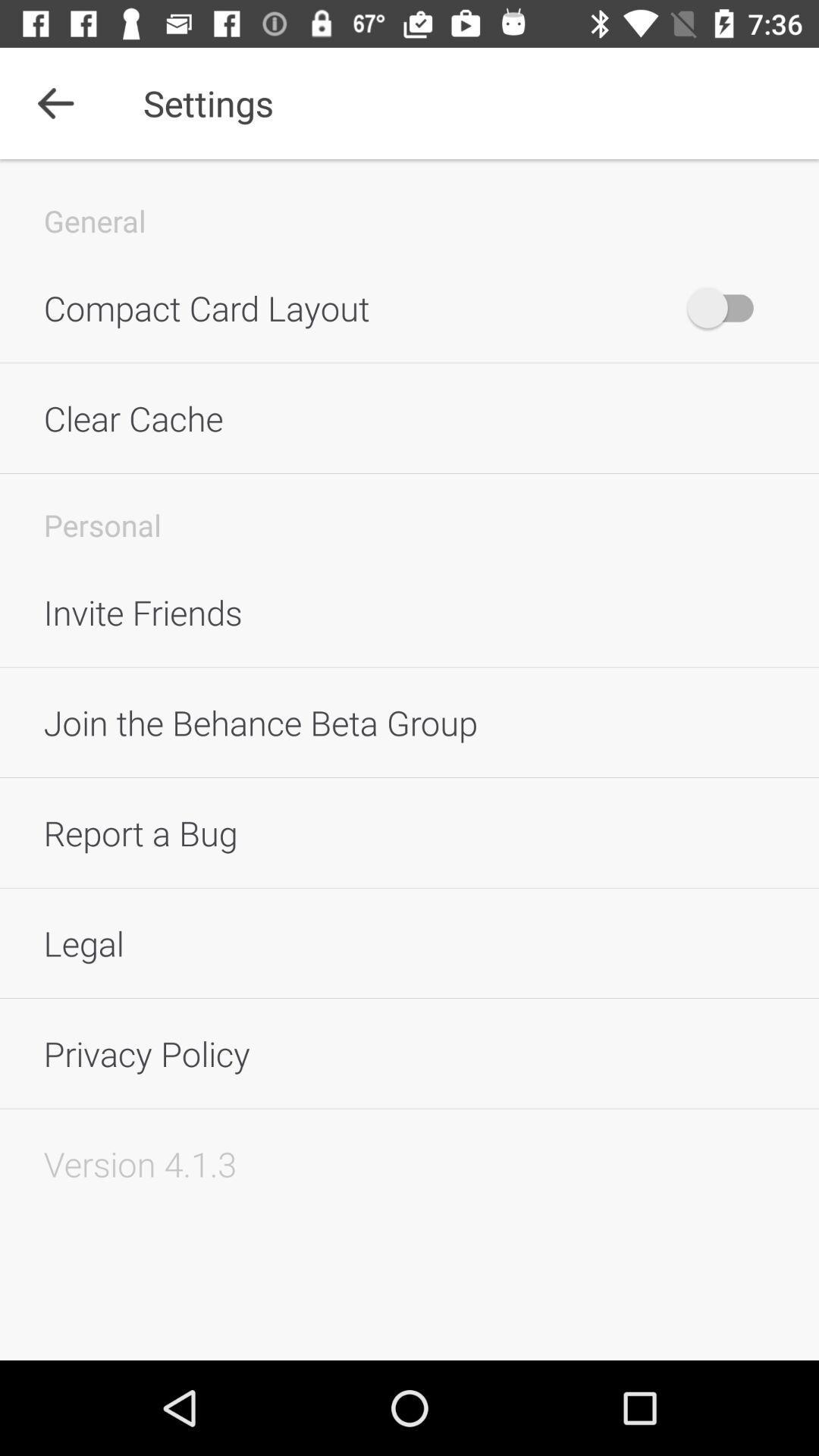  Describe the element at coordinates (409, 721) in the screenshot. I see `join the behance icon` at that location.